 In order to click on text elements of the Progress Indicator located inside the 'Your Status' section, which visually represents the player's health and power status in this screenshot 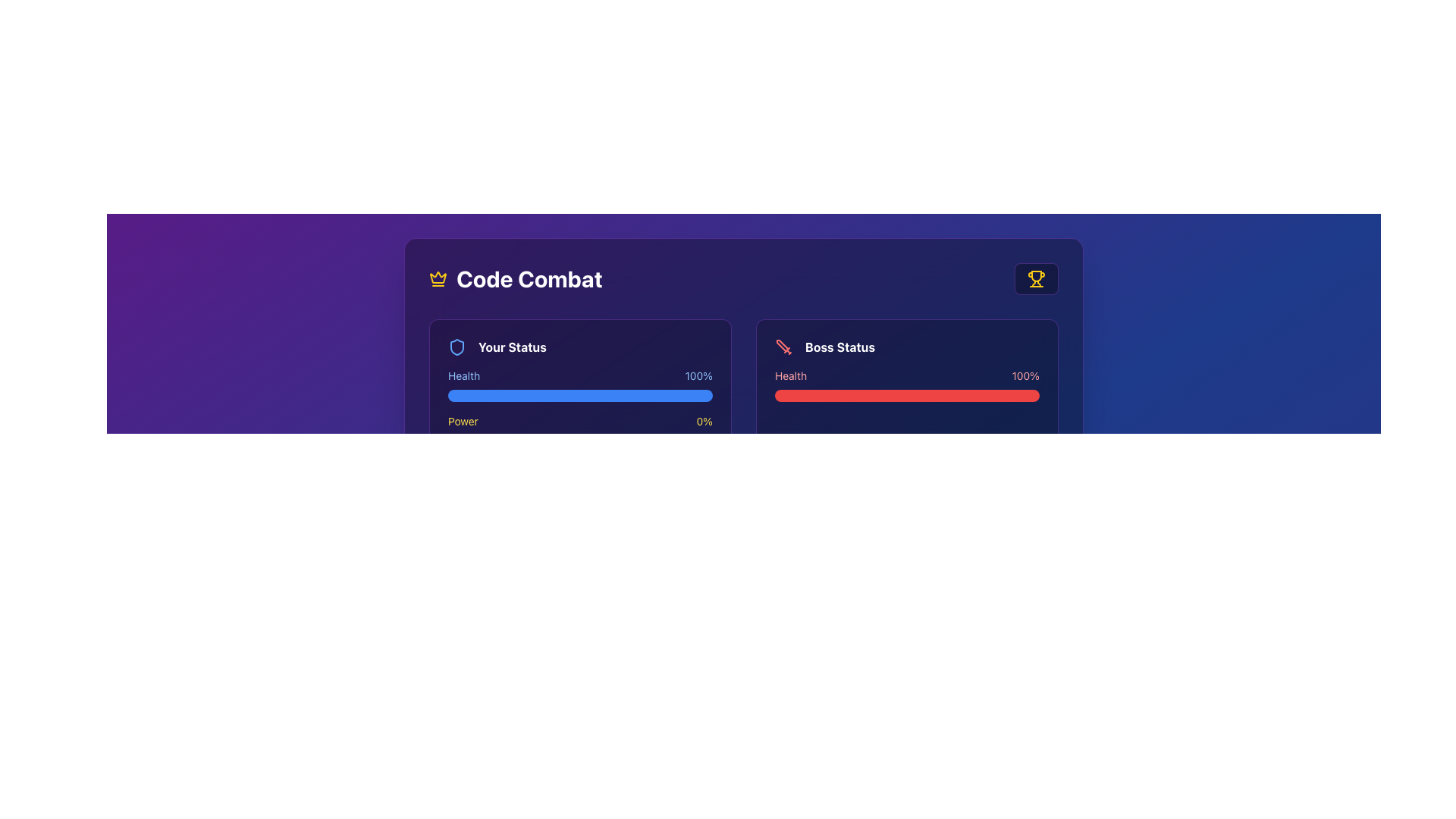, I will do `click(579, 406)`.